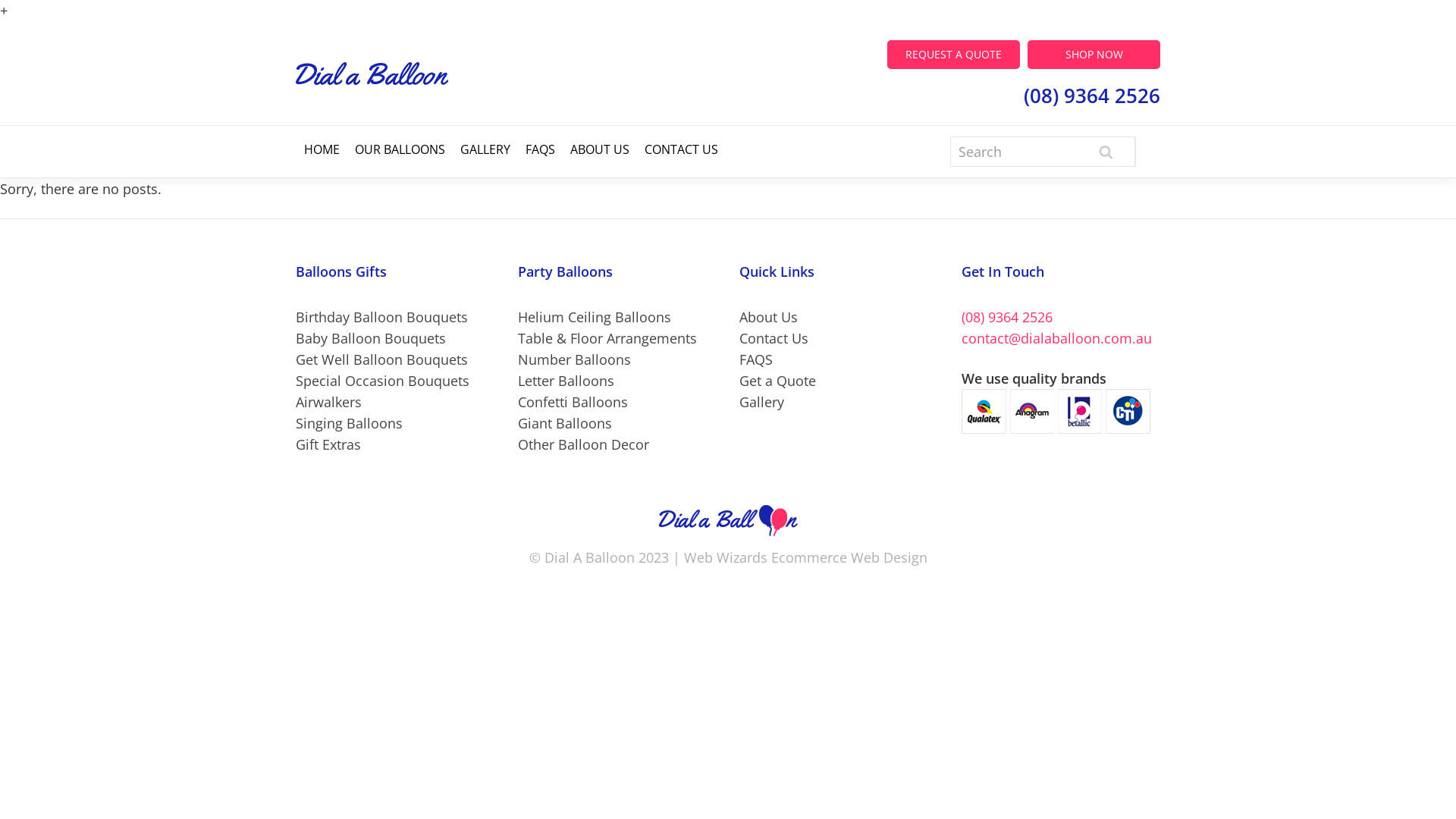 The image size is (1456, 819). I want to click on '(08) 9364 2526', so click(1007, 315).